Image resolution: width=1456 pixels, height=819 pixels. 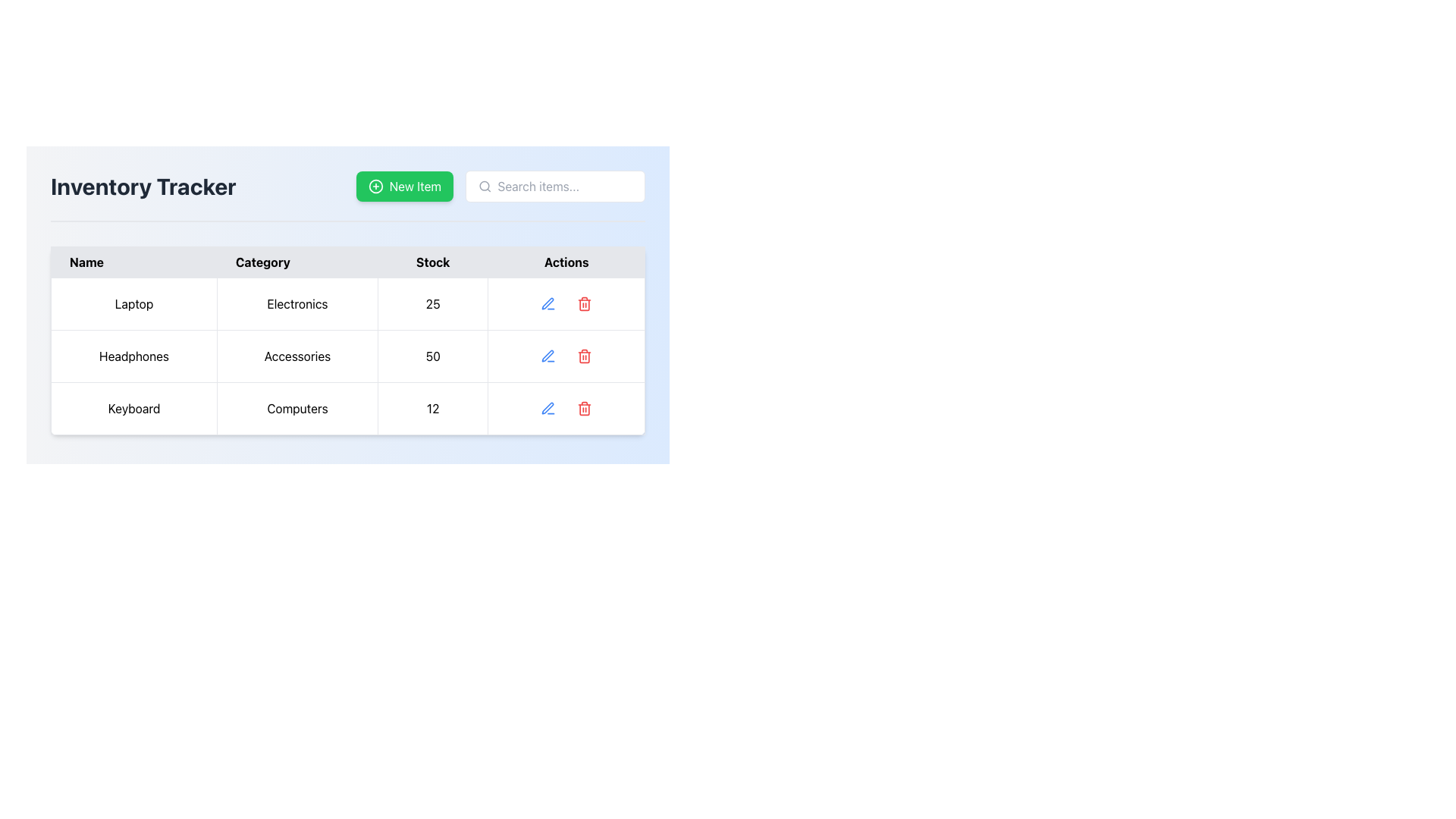 I want to click on the pen-shaped icon button located in the second row of the 'Actions' column of the table, positioned to the left of the red trash bin icon for keyboard interaction, so click(x=547, y=356).